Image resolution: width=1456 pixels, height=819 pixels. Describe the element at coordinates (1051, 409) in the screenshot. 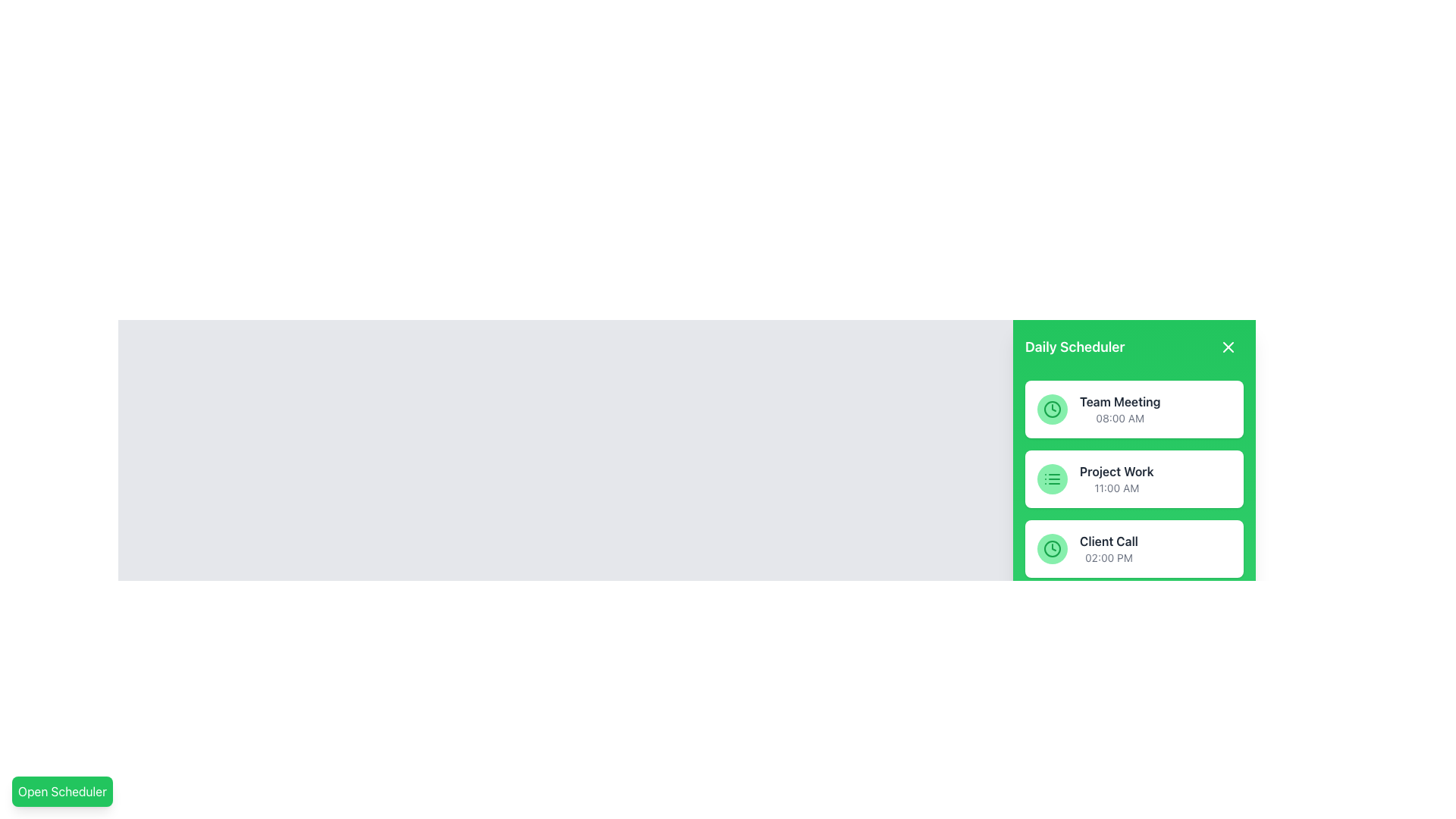

I see `the time icon located within a green background circle, positioned at the left edge of the 'Team Meeting' row with the time display of '08:00 AM'` at that location.